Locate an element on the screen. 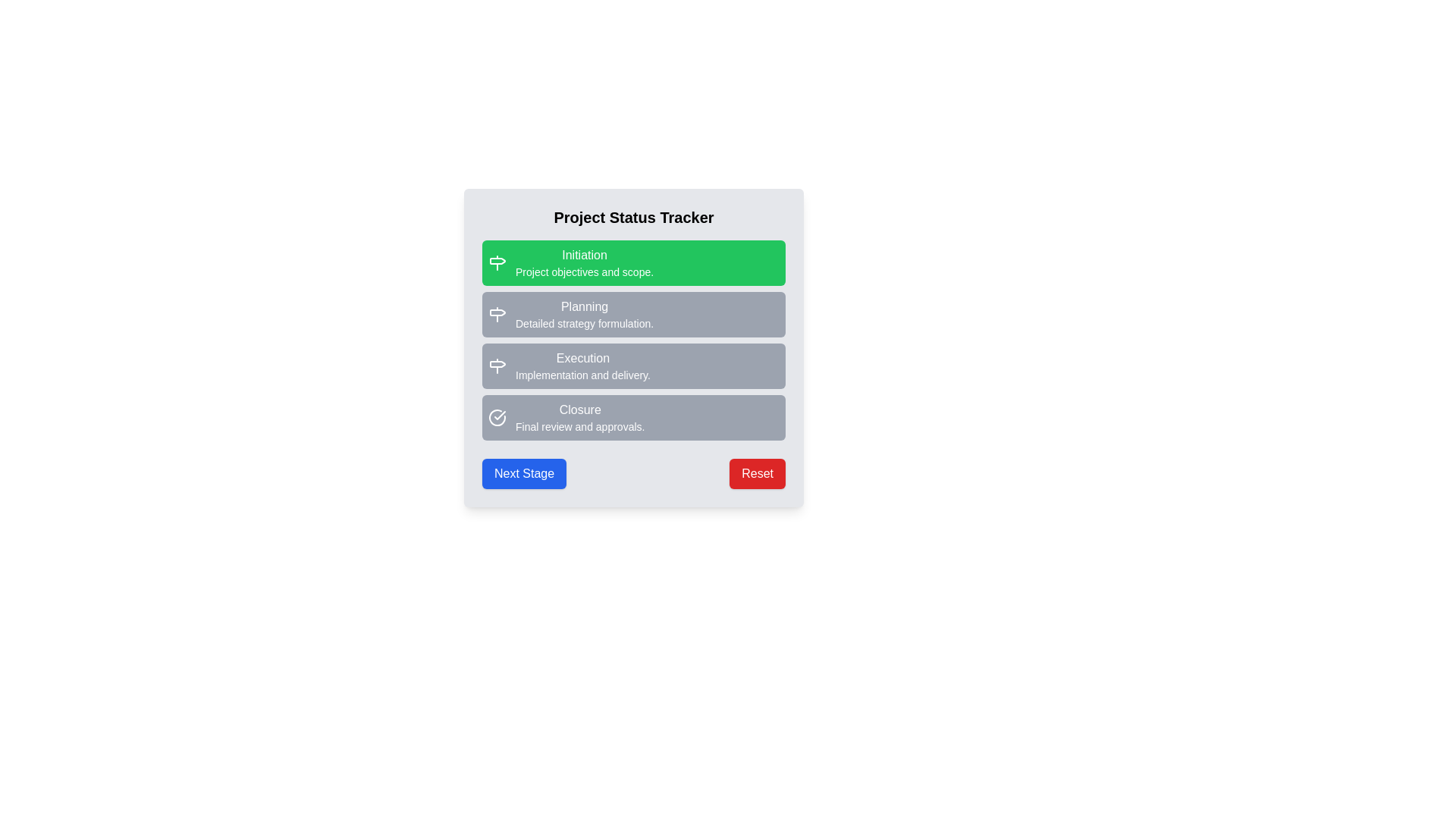 The image size is (1456, 819). the curved segment of the circular design that represents the 'Closure' stage of the project tracker is located at coordinates (497, 418).